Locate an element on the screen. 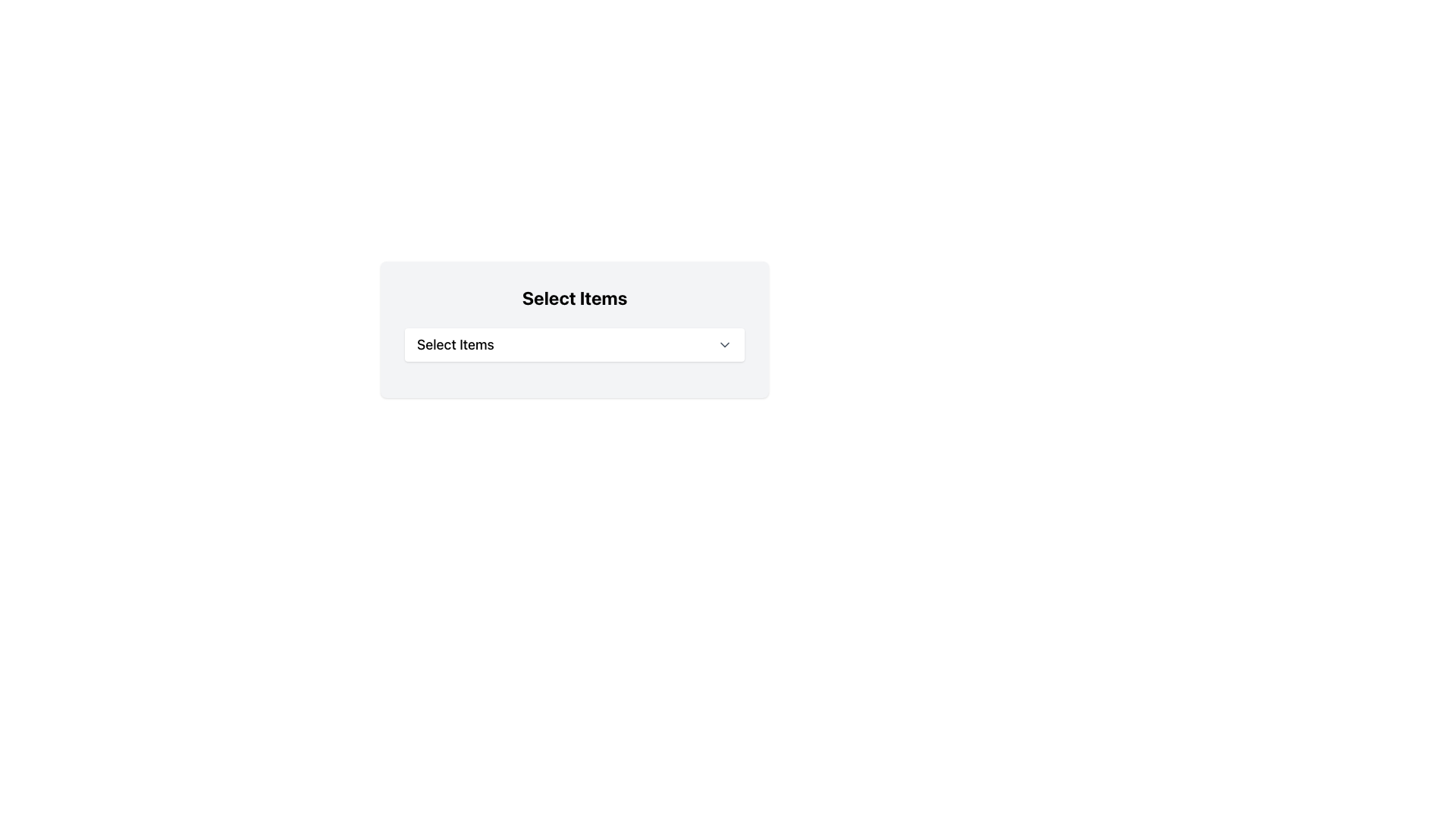 The height and width of the screenshot is (819, 1456). the static text element that serves as a label for the dropdown functionality, located to the left of the chevron-down icon is located at coordinates (454, 345).